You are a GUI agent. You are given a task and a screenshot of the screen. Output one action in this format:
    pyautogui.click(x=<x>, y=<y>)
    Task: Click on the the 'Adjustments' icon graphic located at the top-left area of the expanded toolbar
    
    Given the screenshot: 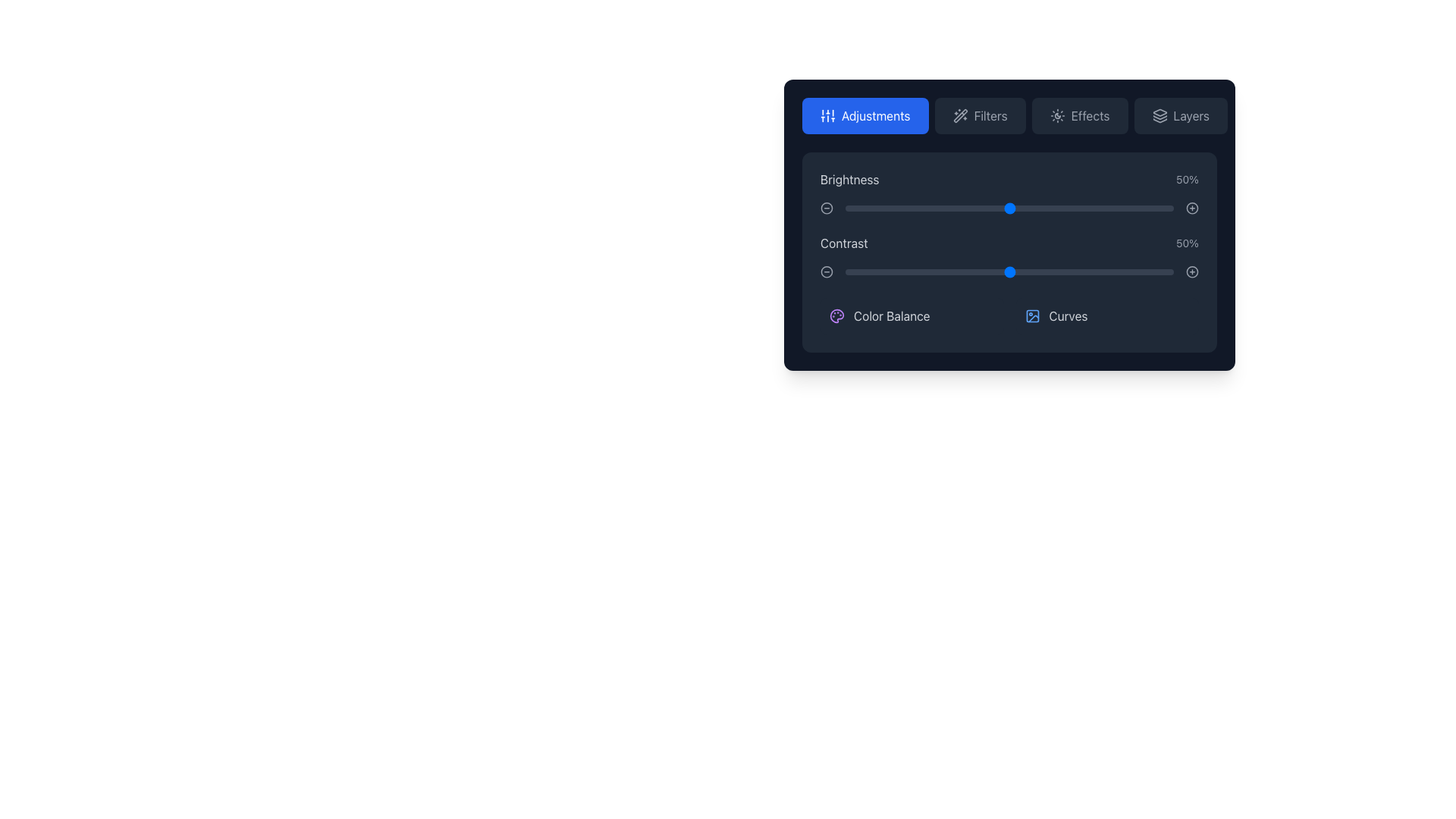 What is the action you would take?
    pyautogui.click(x=827, y=115)
    